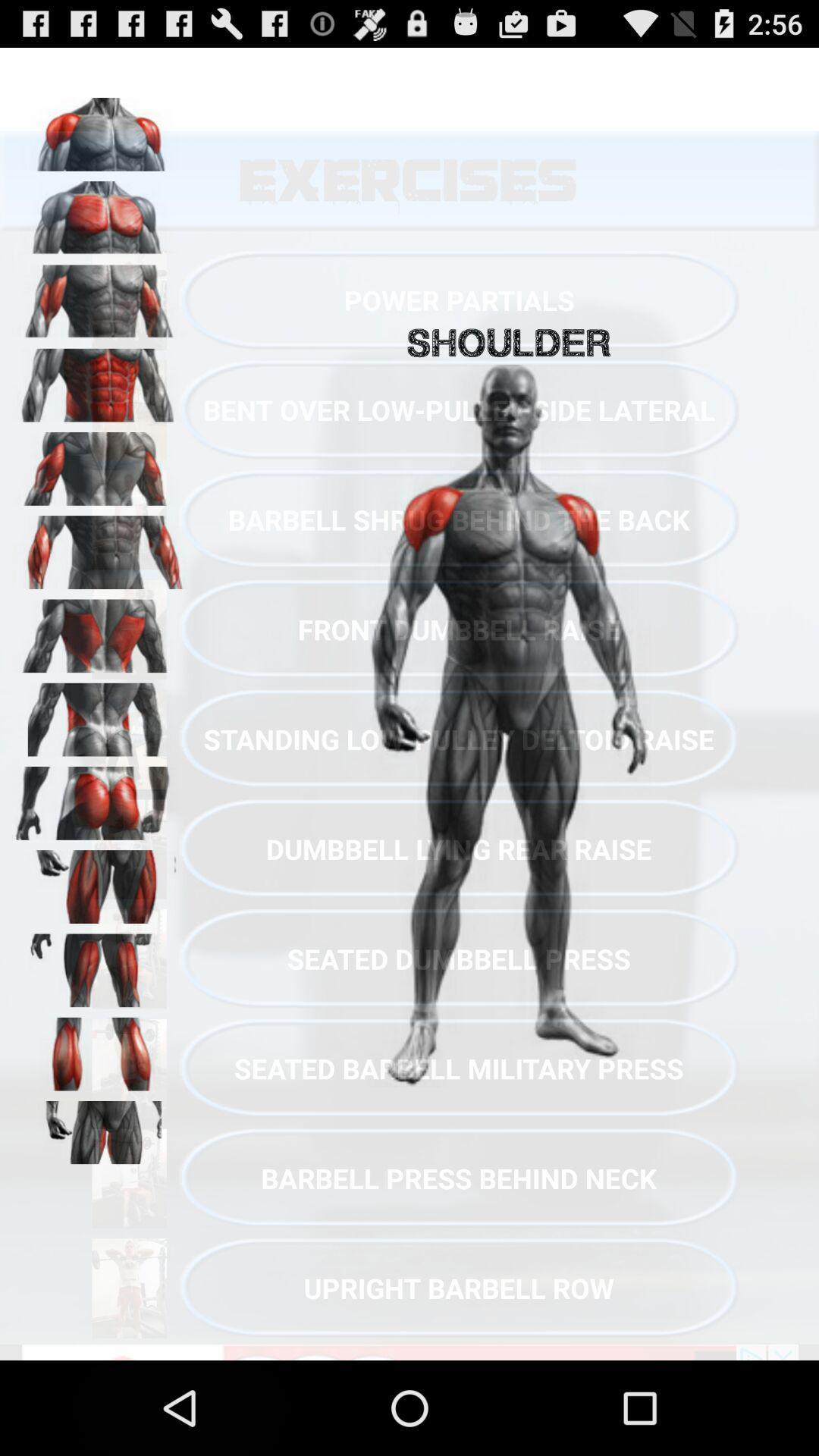 The image size is (819, 1456). What do you see at coordinates (99, 380) in the screenshot?
I see `abs` at bounding box center [99, 380].